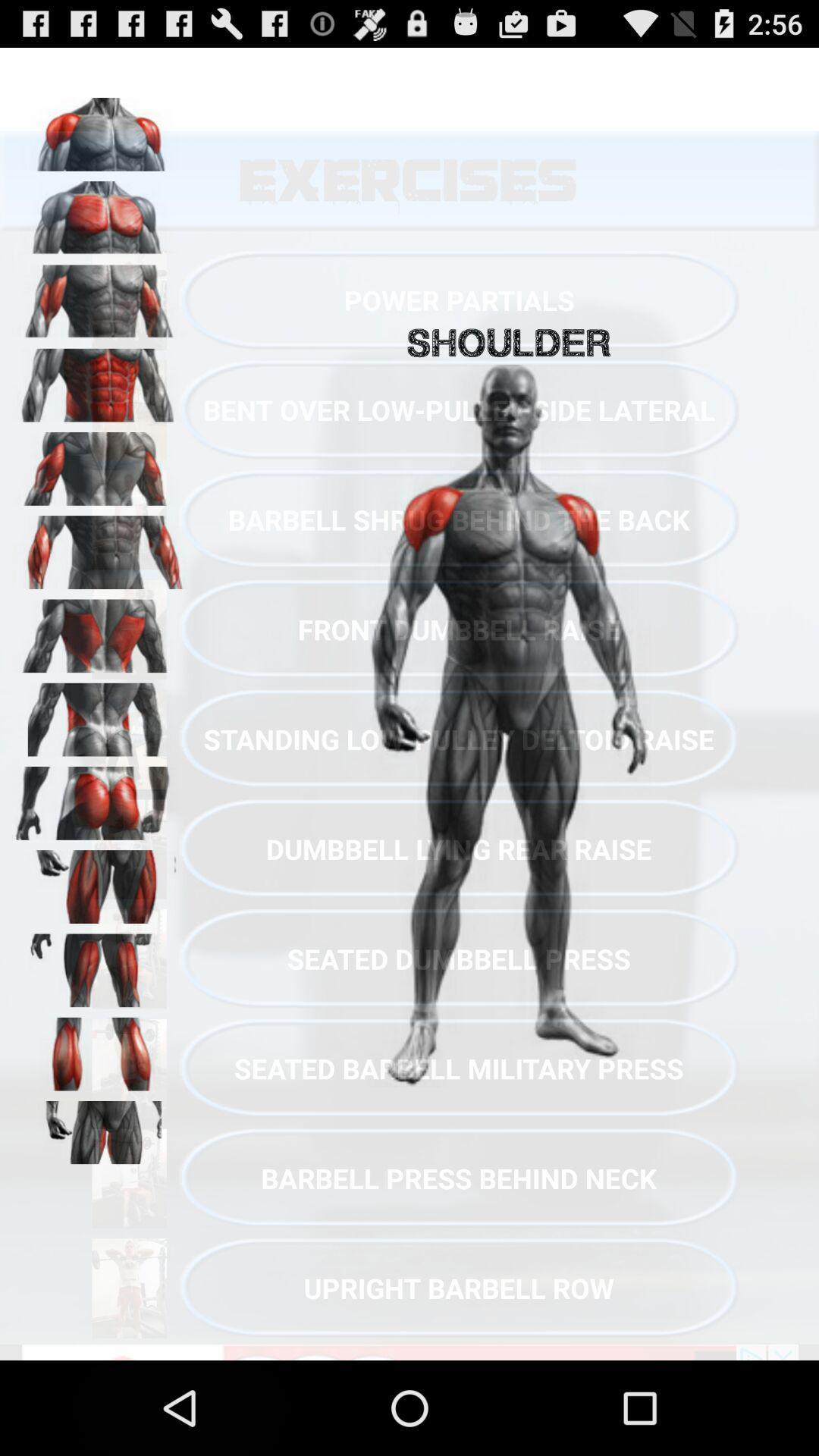 The image size is (819, 1456). What do you see at coordinates (99, 380) in the screenshot?
I see `abs` at bounding box center [99, 380].